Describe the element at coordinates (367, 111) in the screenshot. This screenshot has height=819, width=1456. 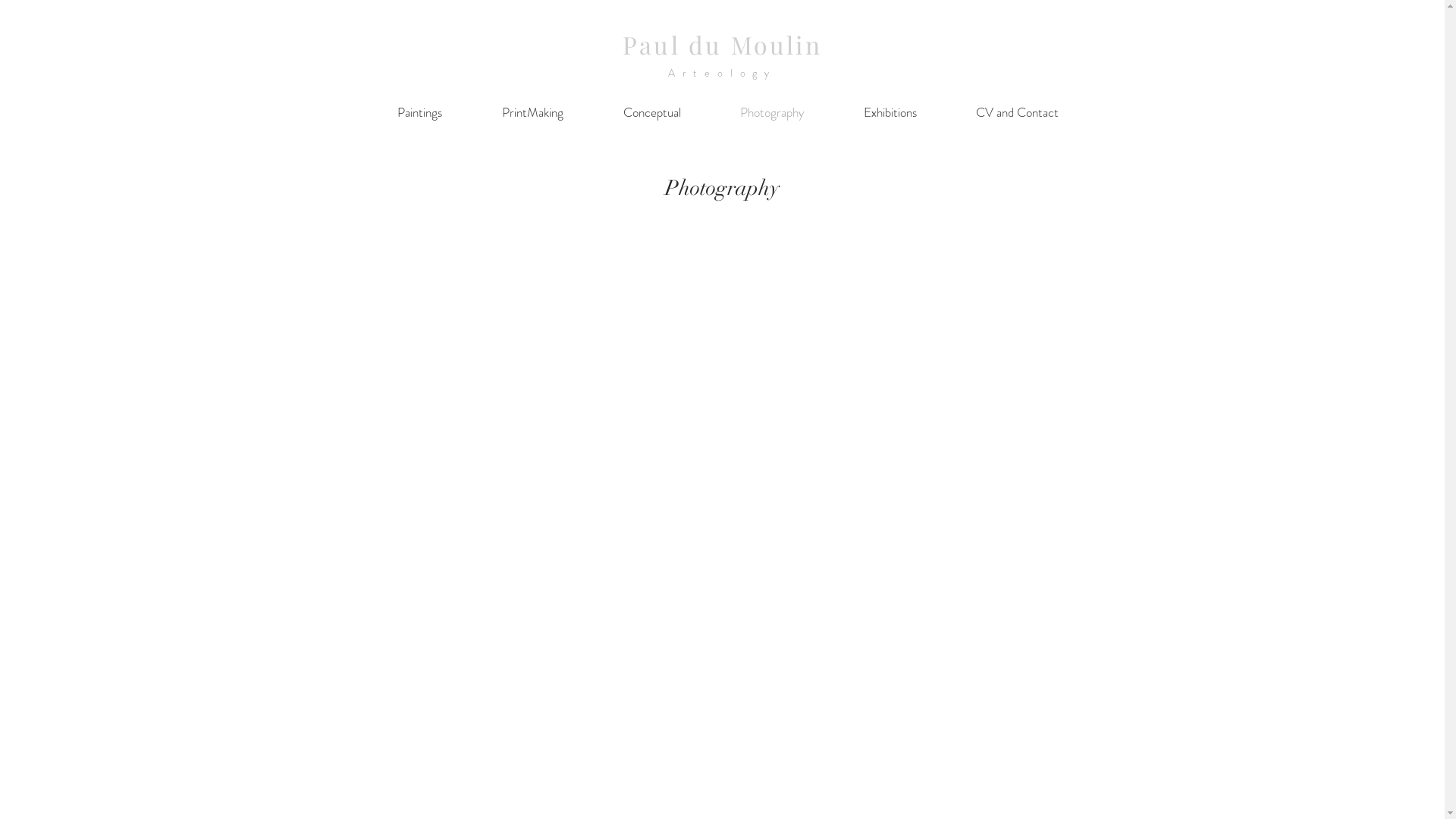
I see `'Paintings'` at that location.